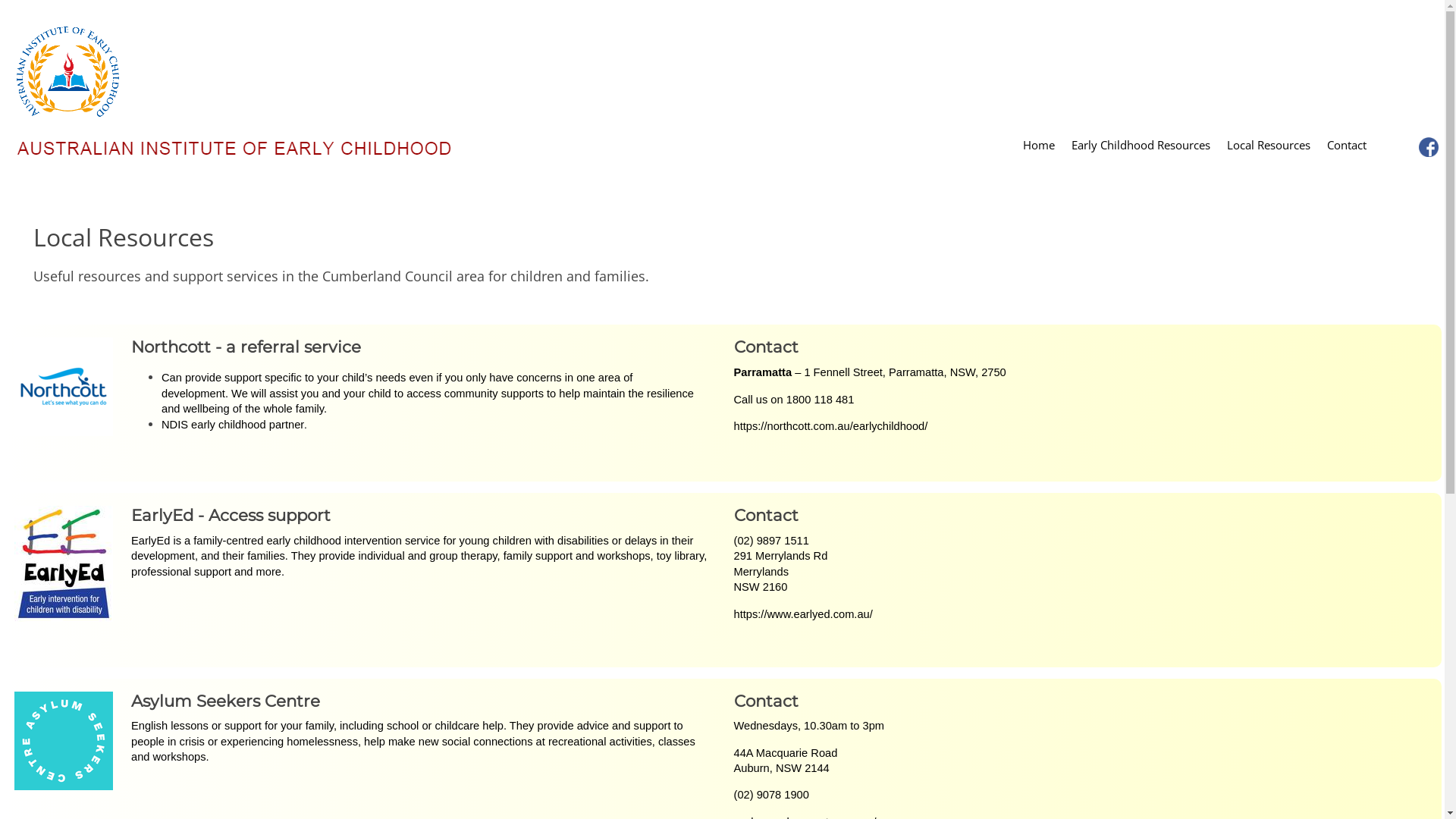  I want to click on 'Local Resources', so click(1269, 146).